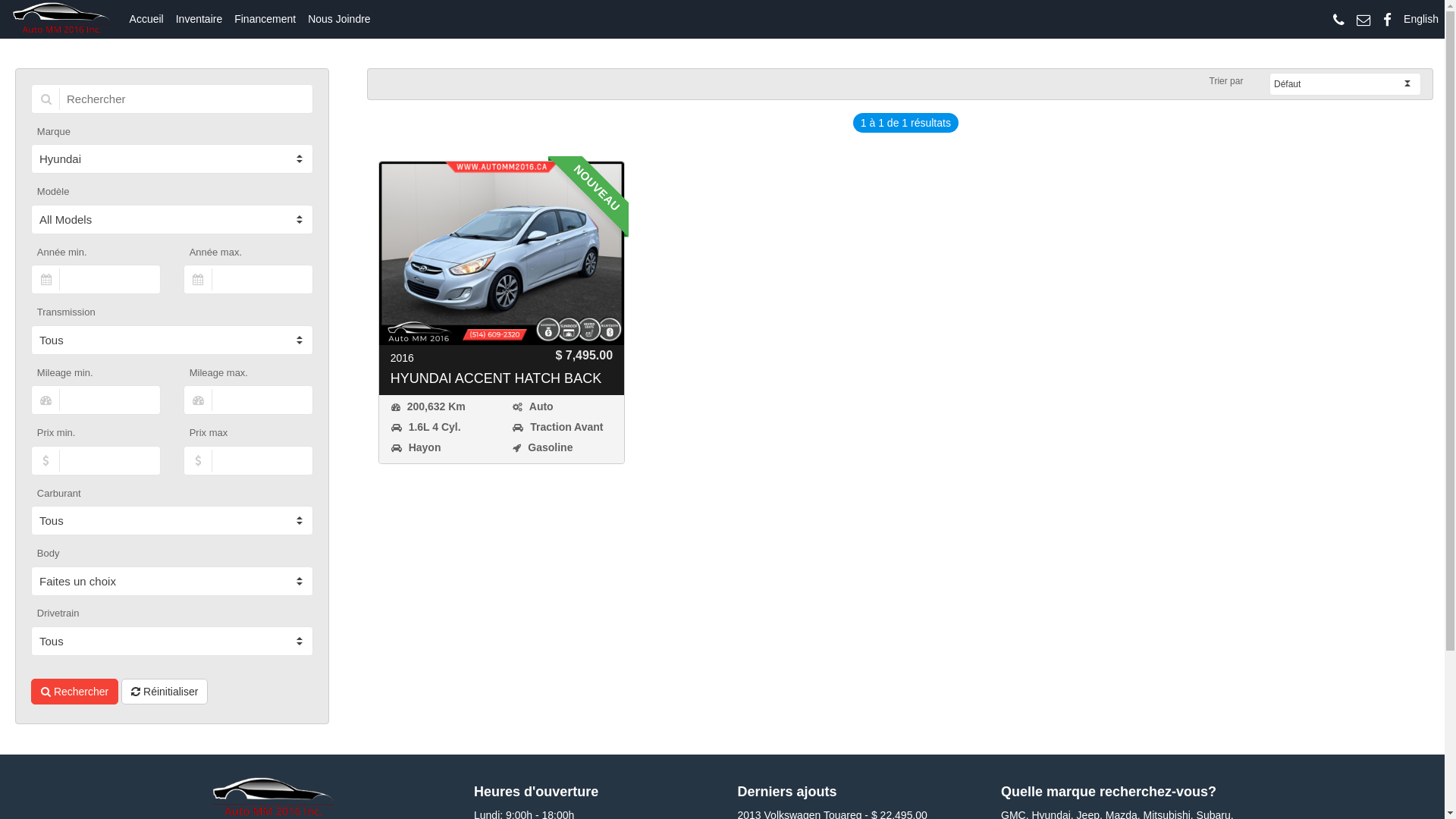 This screenshot has width=1456, height=819. I want to click on 'Find us on Facebook!', so click(1376, 20).